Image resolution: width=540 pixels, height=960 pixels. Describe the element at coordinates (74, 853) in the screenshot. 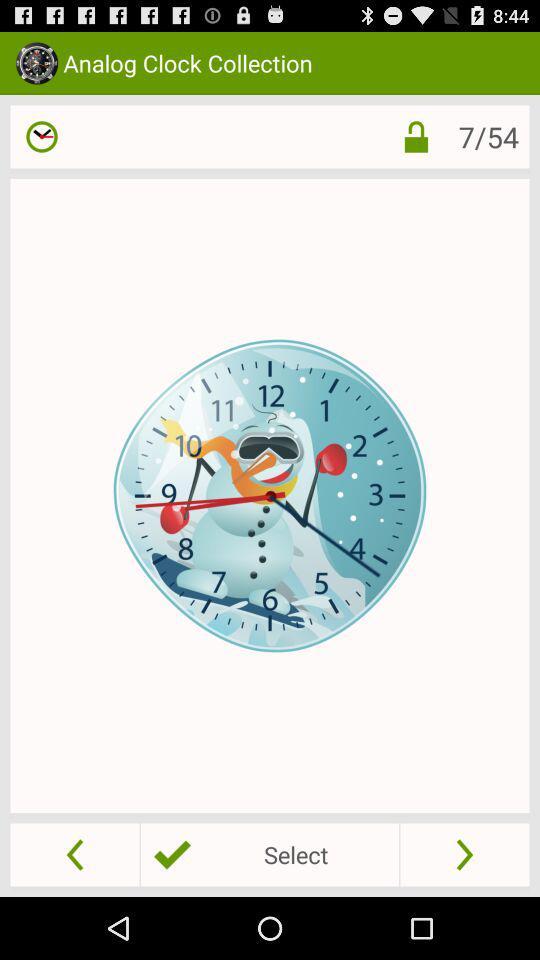

I see `go back` at that location.